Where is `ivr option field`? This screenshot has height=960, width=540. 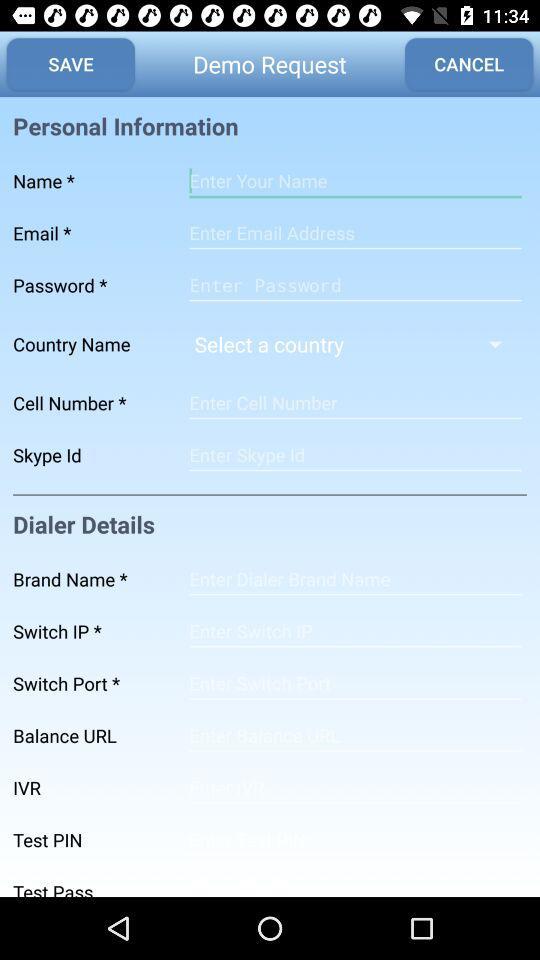
ivr option field is located at coordinates (354, 788).